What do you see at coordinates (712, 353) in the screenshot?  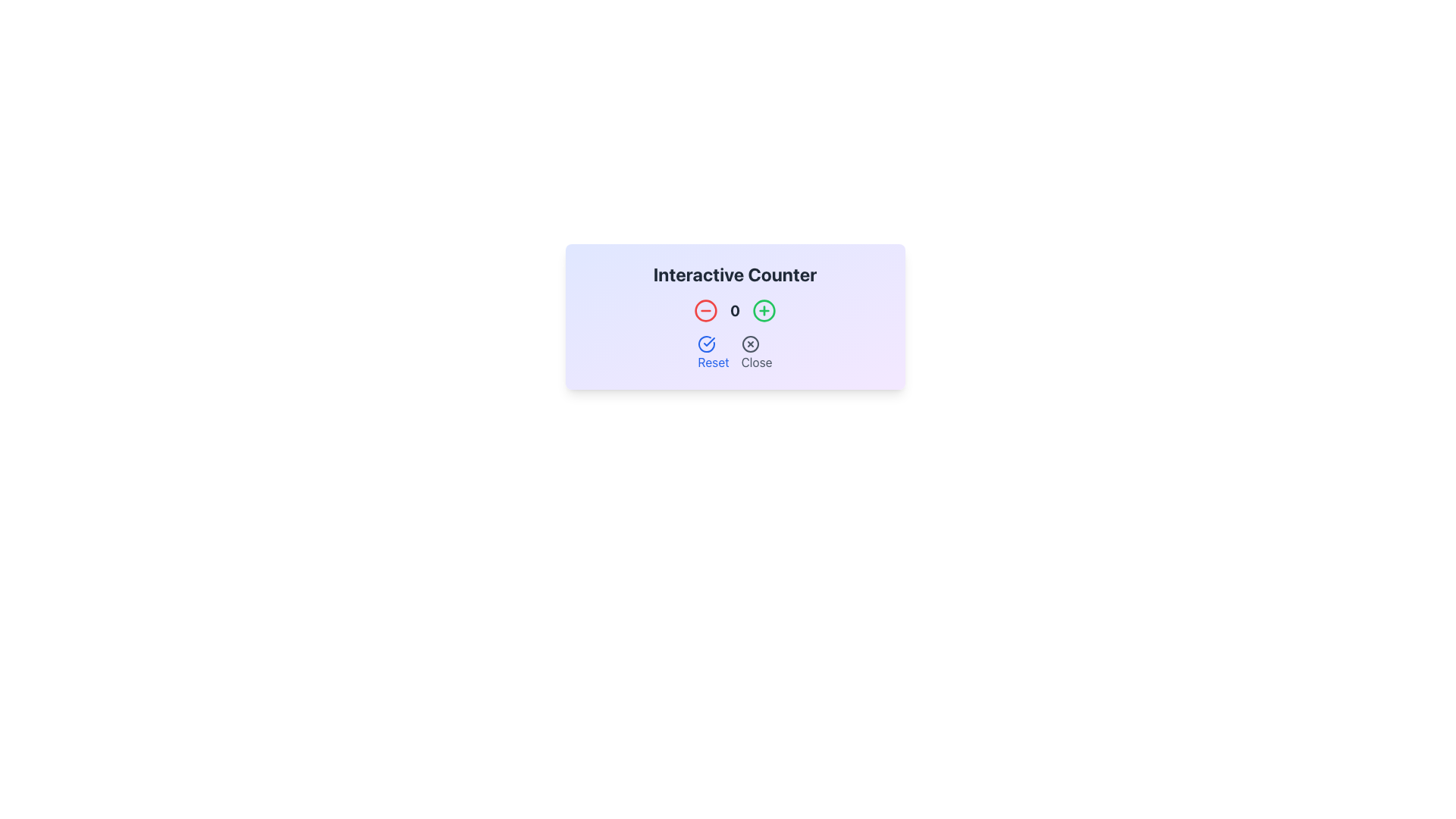 I see `the 'Reset' button` at bounding box center [712, 353].